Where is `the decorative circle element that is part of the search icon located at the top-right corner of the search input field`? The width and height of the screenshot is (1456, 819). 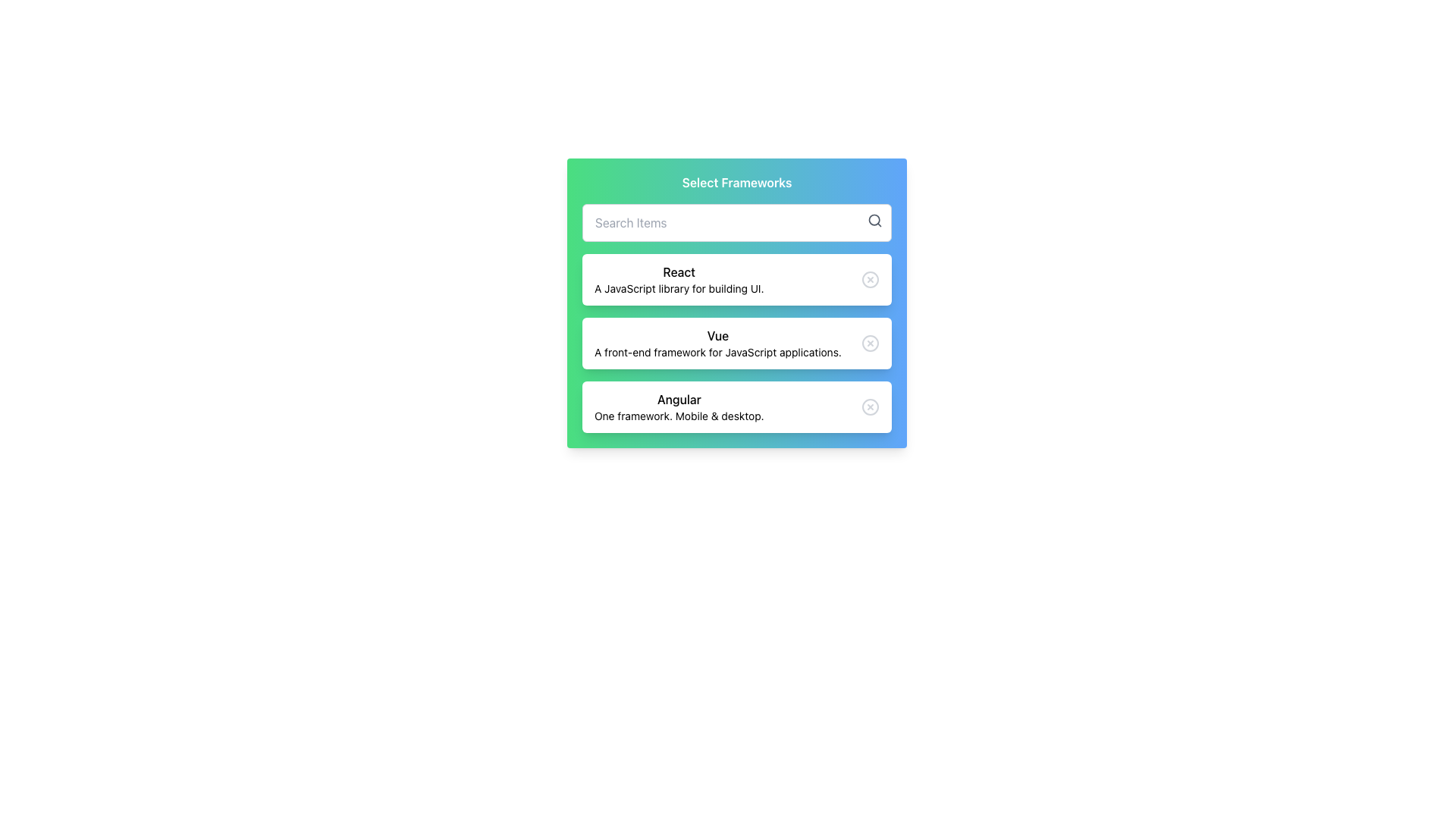 the decorative circle element that is part of the search icon located at the top-right corner of the search input field is located at coordinates (874, 220).